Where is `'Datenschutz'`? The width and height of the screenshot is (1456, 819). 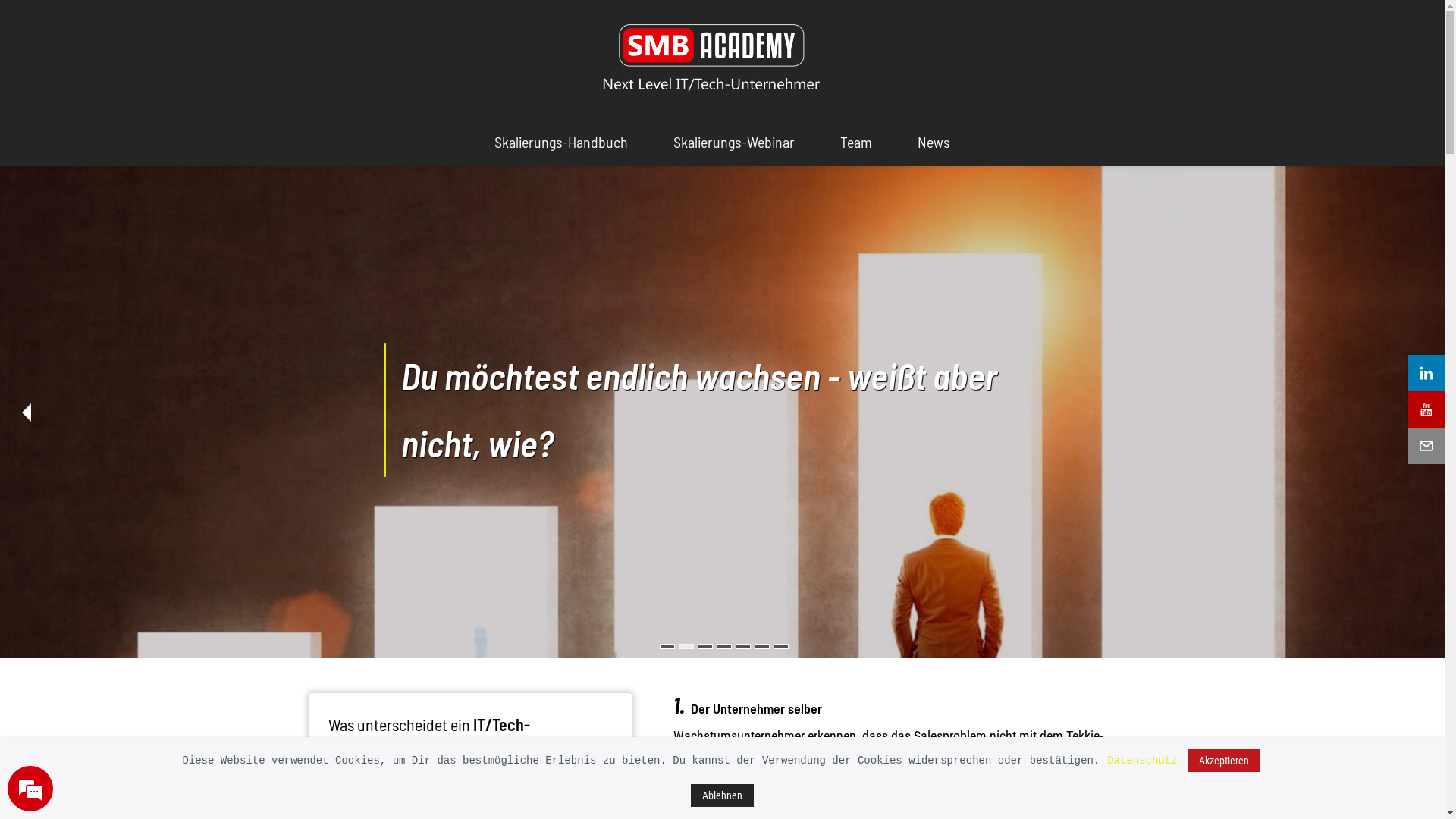 'Datenschutz' is located at coordinates (1142, 761).